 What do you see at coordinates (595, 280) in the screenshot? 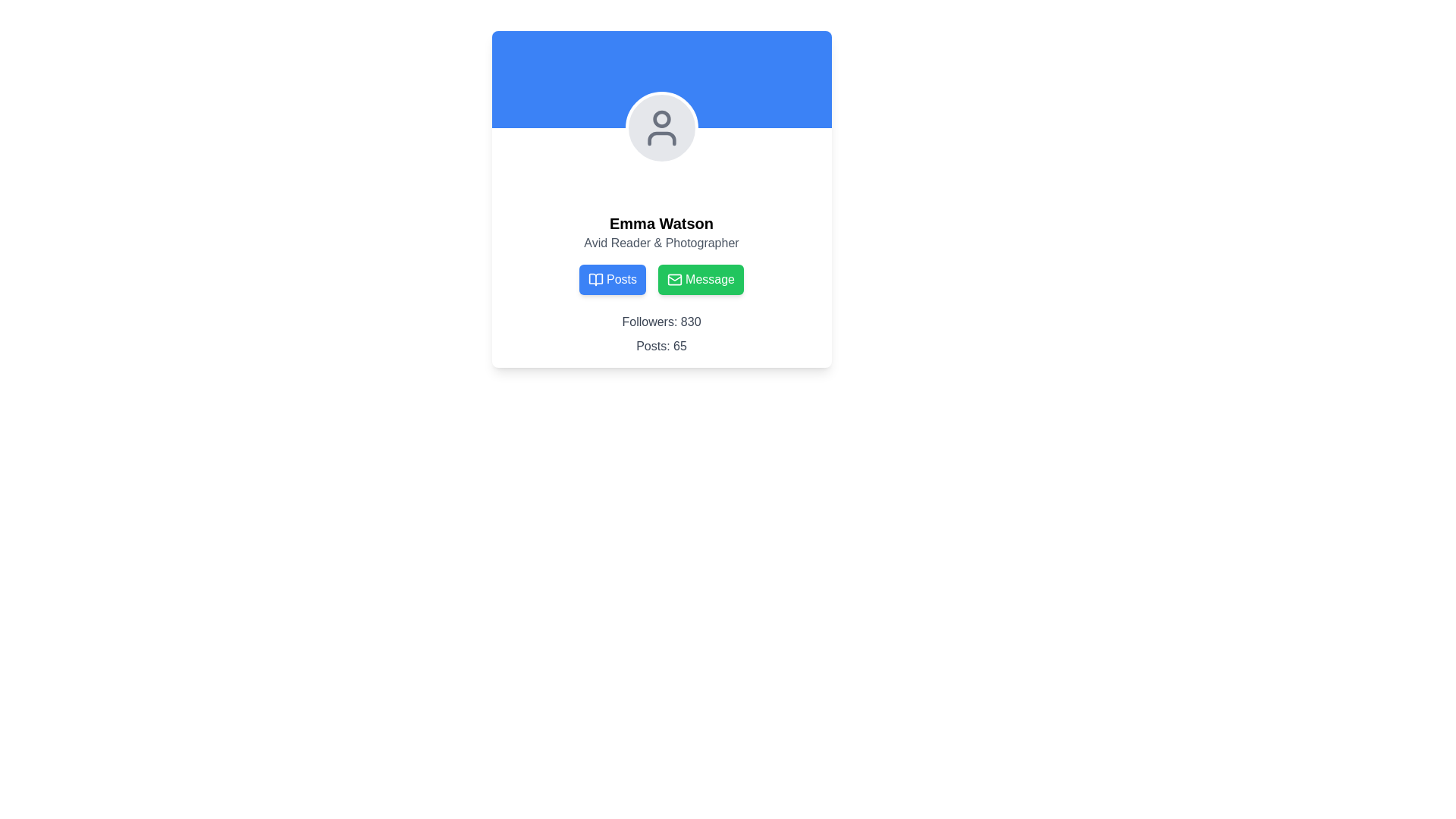
I see `the 'Posts' button which features an open book icon with a blue backdrop` at bounding box center [595, 280].